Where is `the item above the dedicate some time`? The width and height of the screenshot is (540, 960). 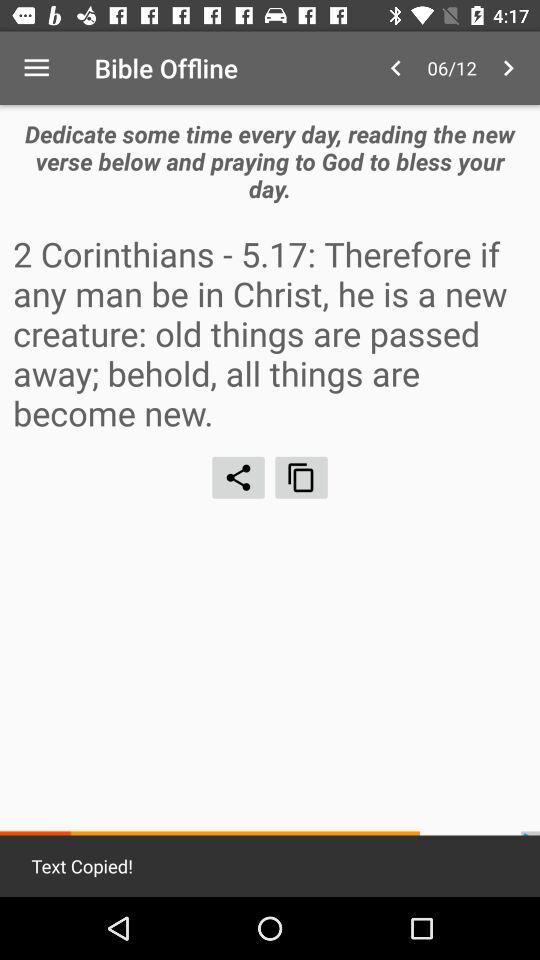
the item above the dedicate some time is located at coordinates (36, 68).